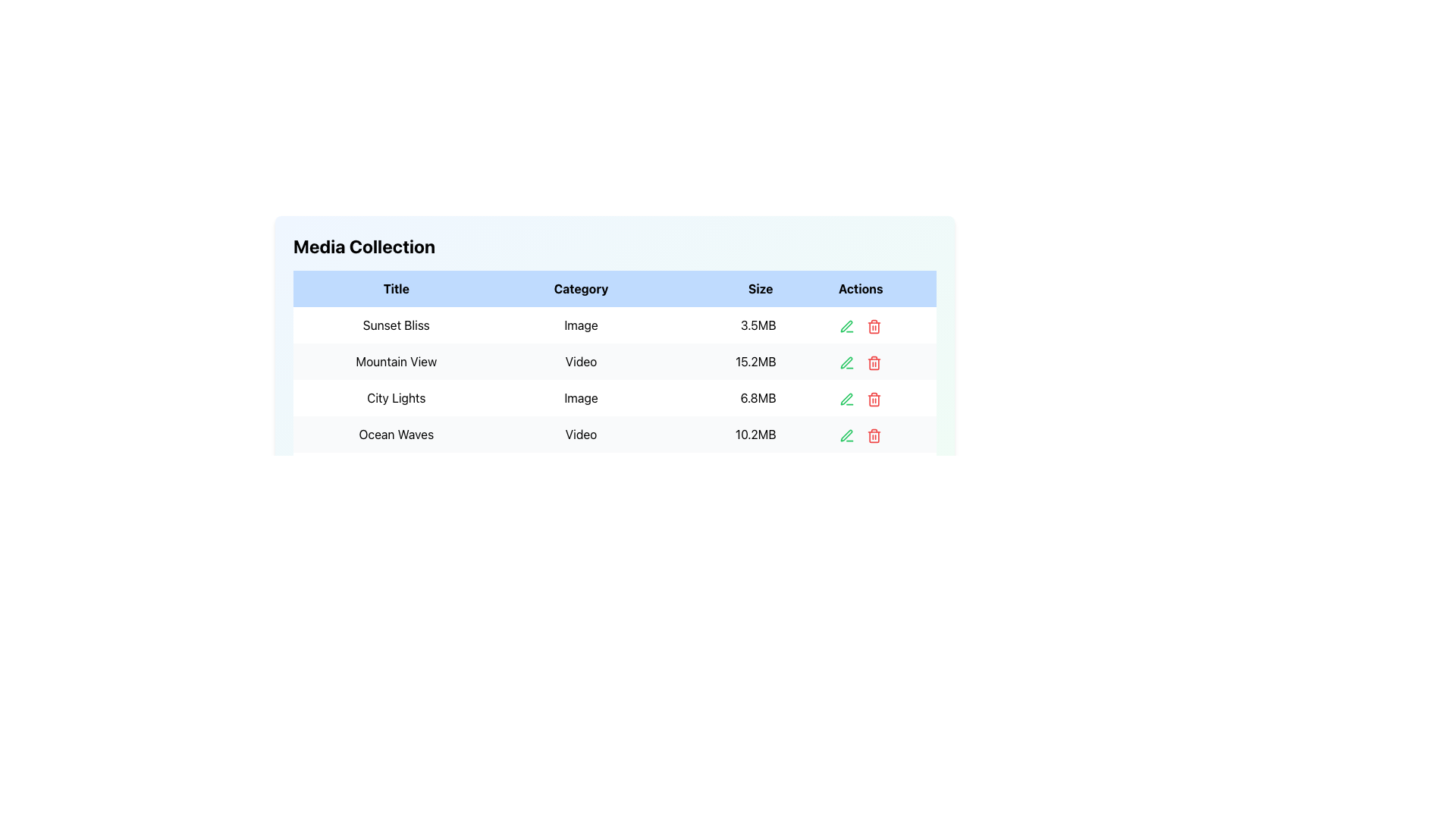 This screenshot has width=1456, height=819. Describe the element at coordinates (874, 435) in the screenshot. I see `the trash can icon button located at the far right of the 'Ocean Waves' and 'Video' row in the 'Actions' column` at that location.